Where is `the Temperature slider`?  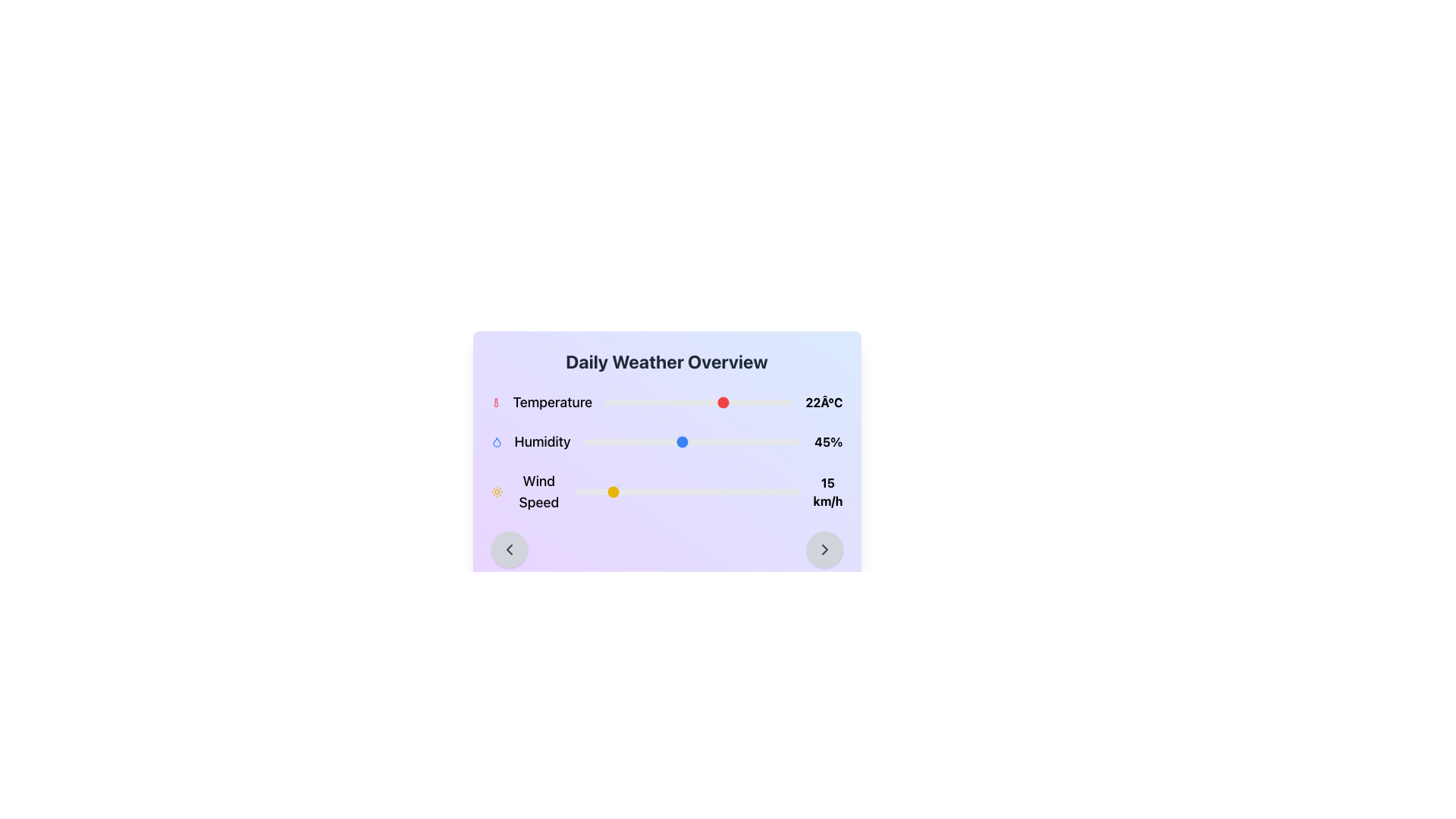
the Temperature slider is located at coordinates (682, 402).